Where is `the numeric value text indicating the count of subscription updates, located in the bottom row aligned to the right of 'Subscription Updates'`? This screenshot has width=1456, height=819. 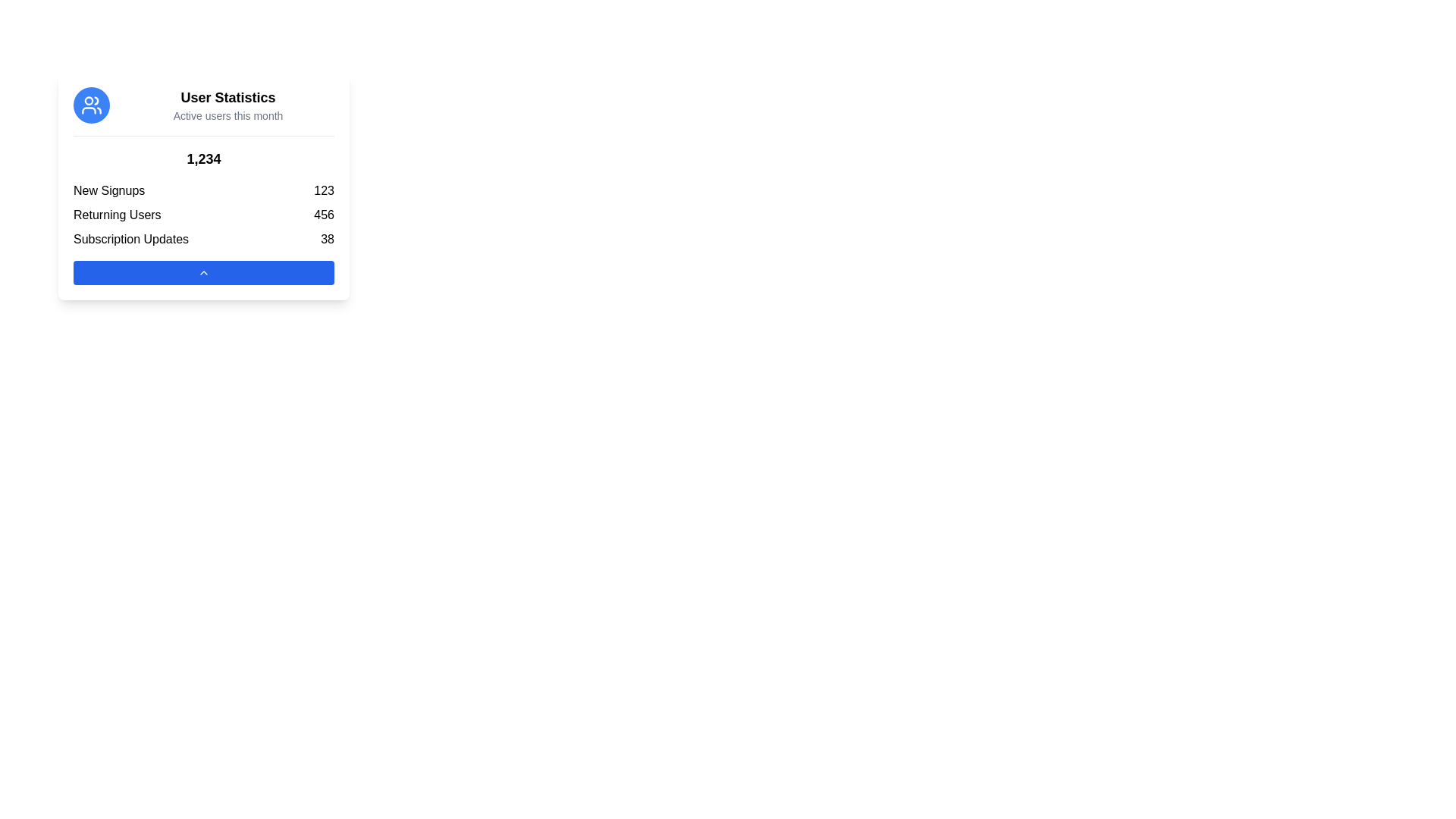
the numeric value text indicating the count of subscription updates, located in the bottom row aligned to the right of 'Subscription Updates' is located at coordinates (327, 239).